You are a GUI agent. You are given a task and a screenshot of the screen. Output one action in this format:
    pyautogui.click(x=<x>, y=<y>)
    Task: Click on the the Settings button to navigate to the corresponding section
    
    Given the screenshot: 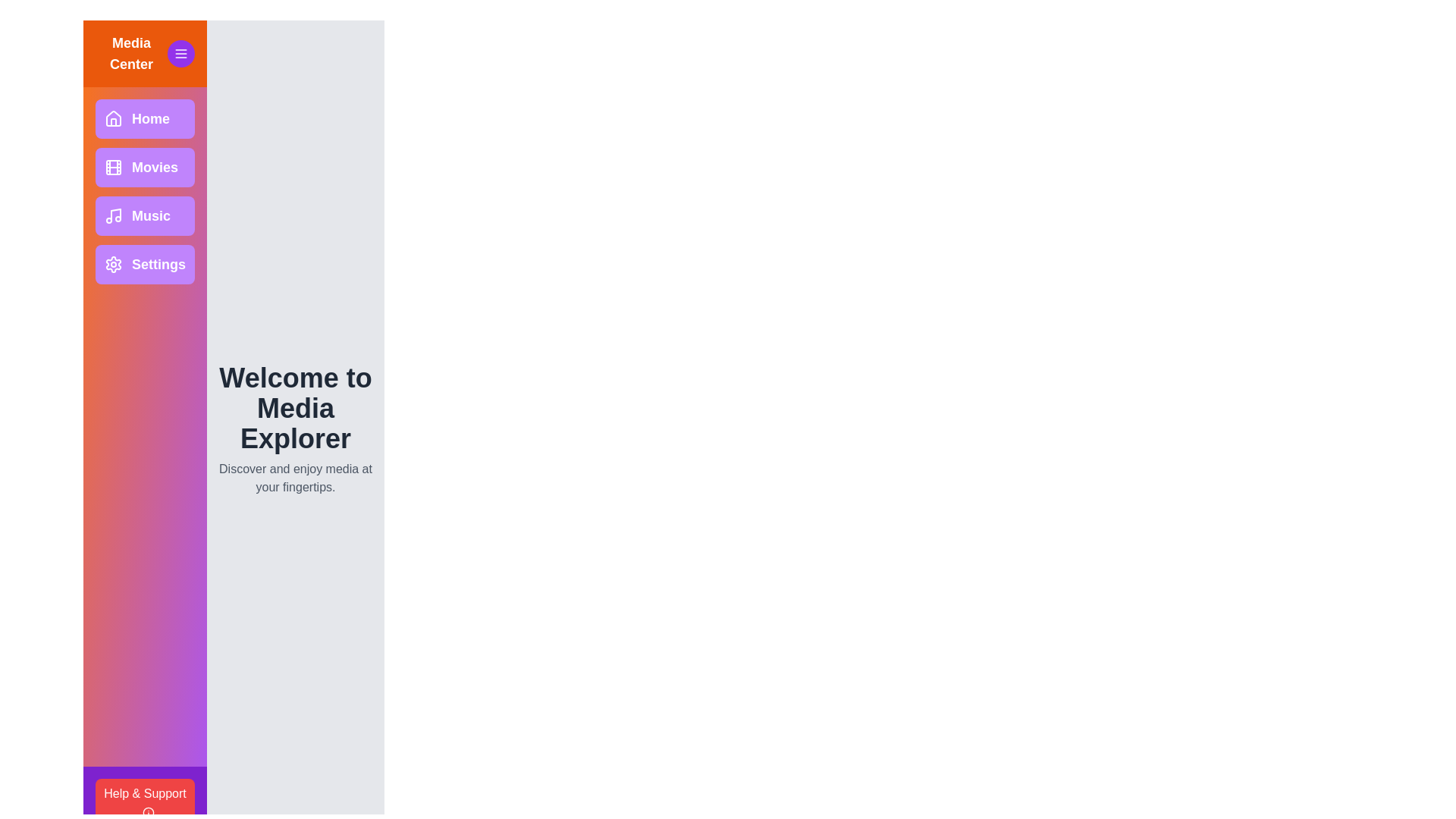 What is the action you would take?
    pyautogui.click(x=145, y=263)
    